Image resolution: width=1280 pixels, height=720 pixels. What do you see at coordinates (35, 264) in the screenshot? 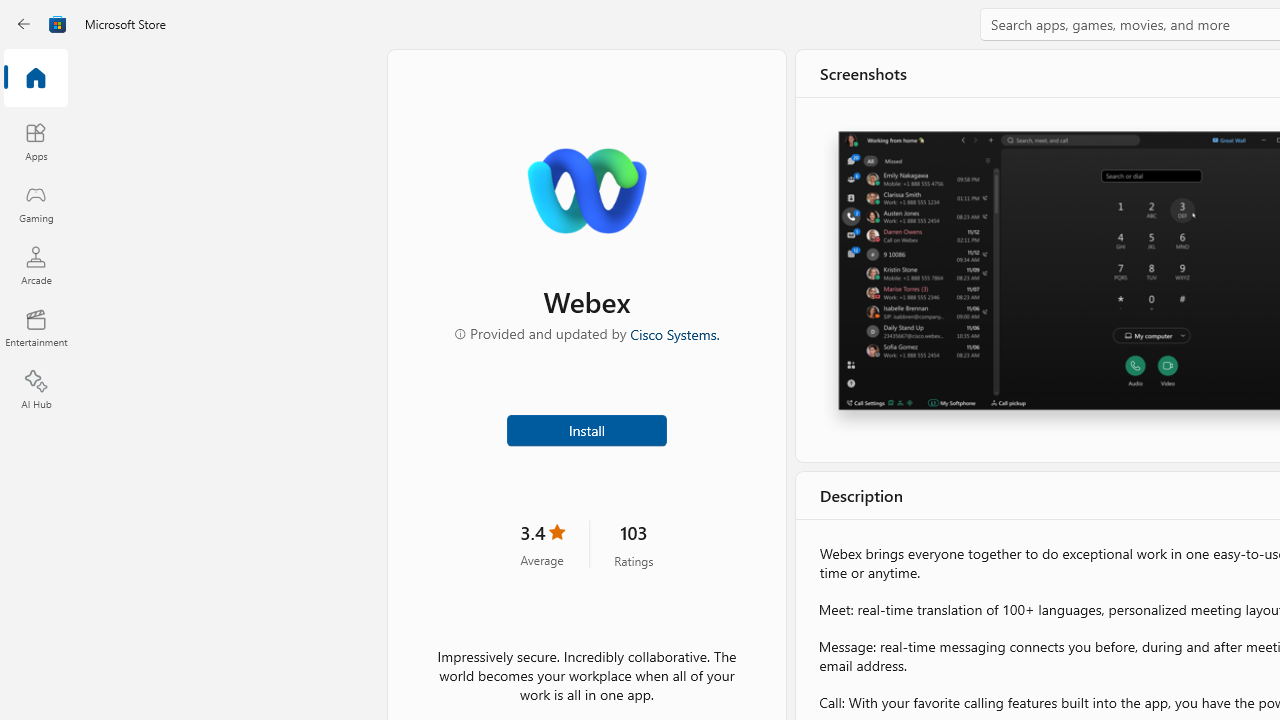
I see `'Arcade'` at bounding box center [35, 264].